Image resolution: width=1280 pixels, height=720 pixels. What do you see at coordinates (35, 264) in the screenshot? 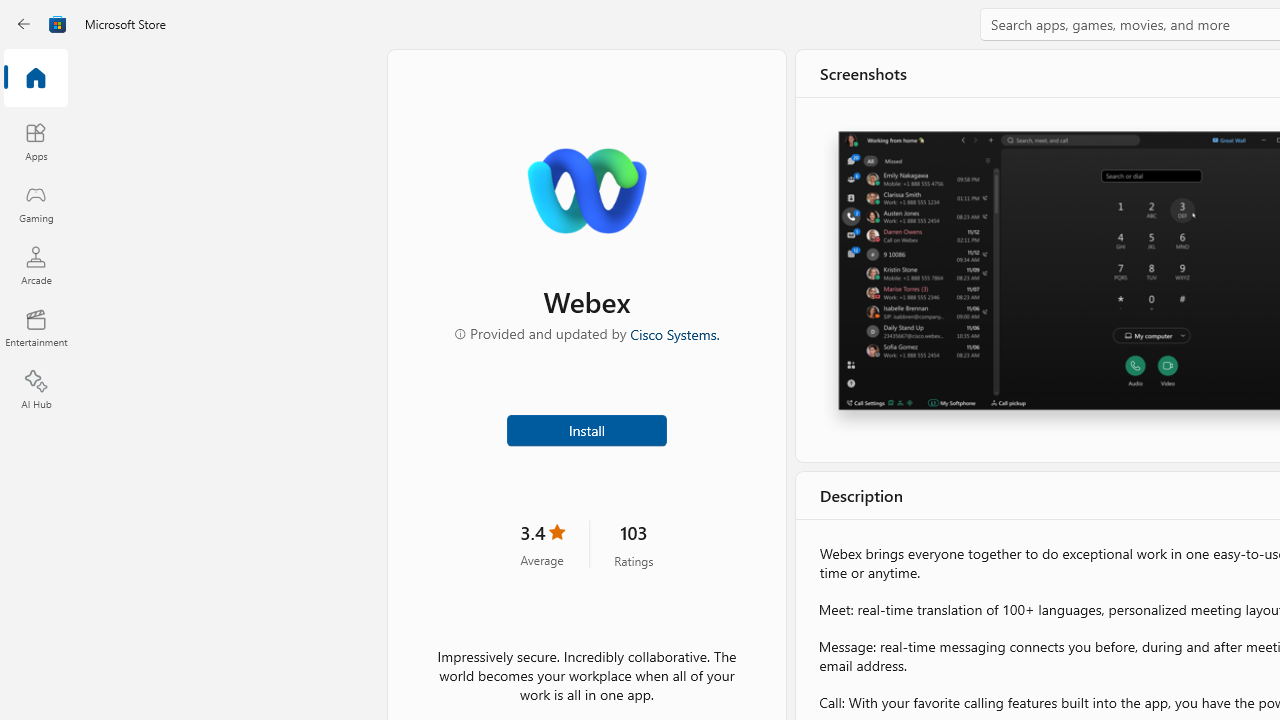
I see `'Arcade'` at bounding box center [35, 264].